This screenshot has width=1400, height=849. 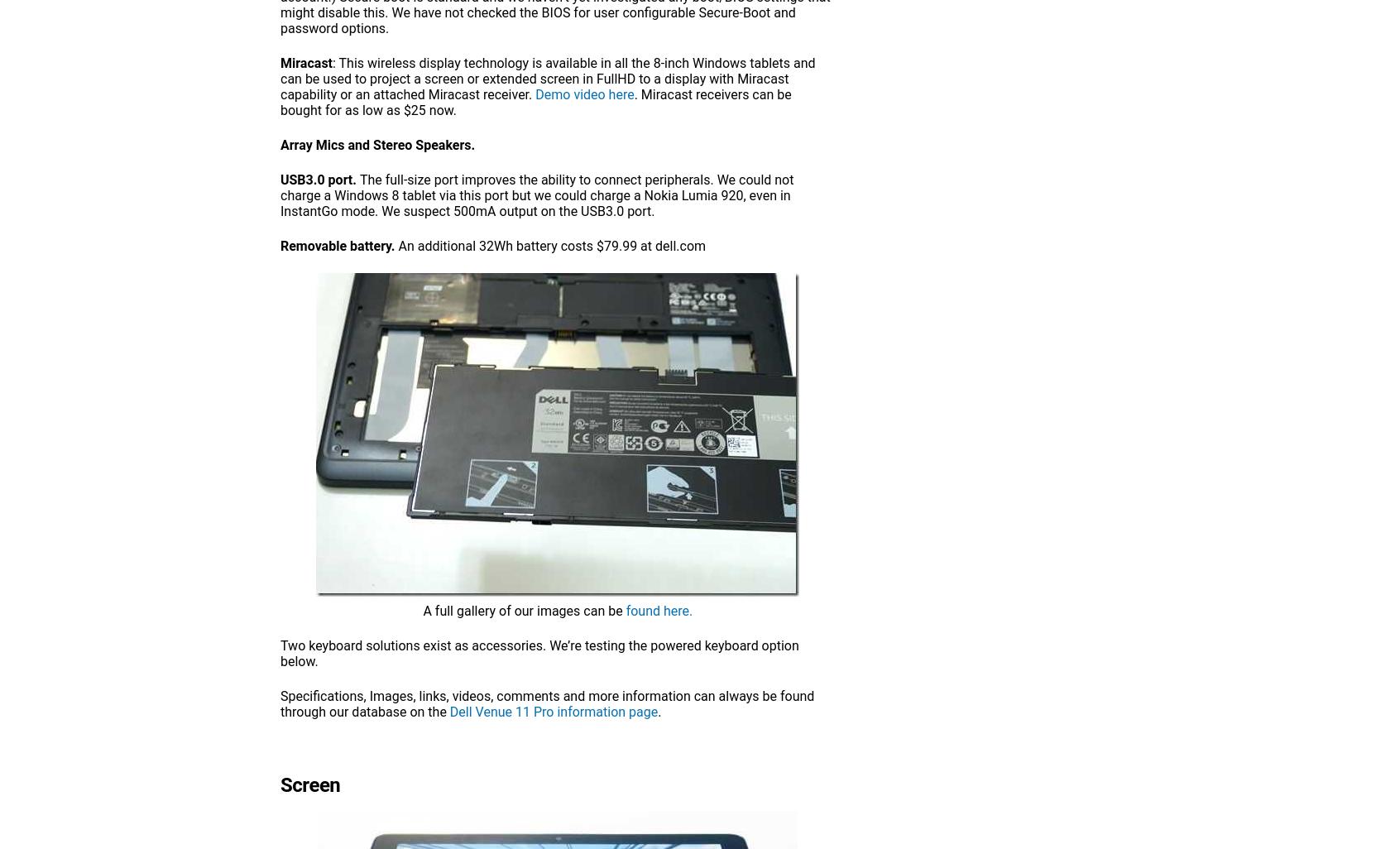 I want to click on '. Miracast receivers can be bought for as low as $25 now.', so click(x=535, y=103).